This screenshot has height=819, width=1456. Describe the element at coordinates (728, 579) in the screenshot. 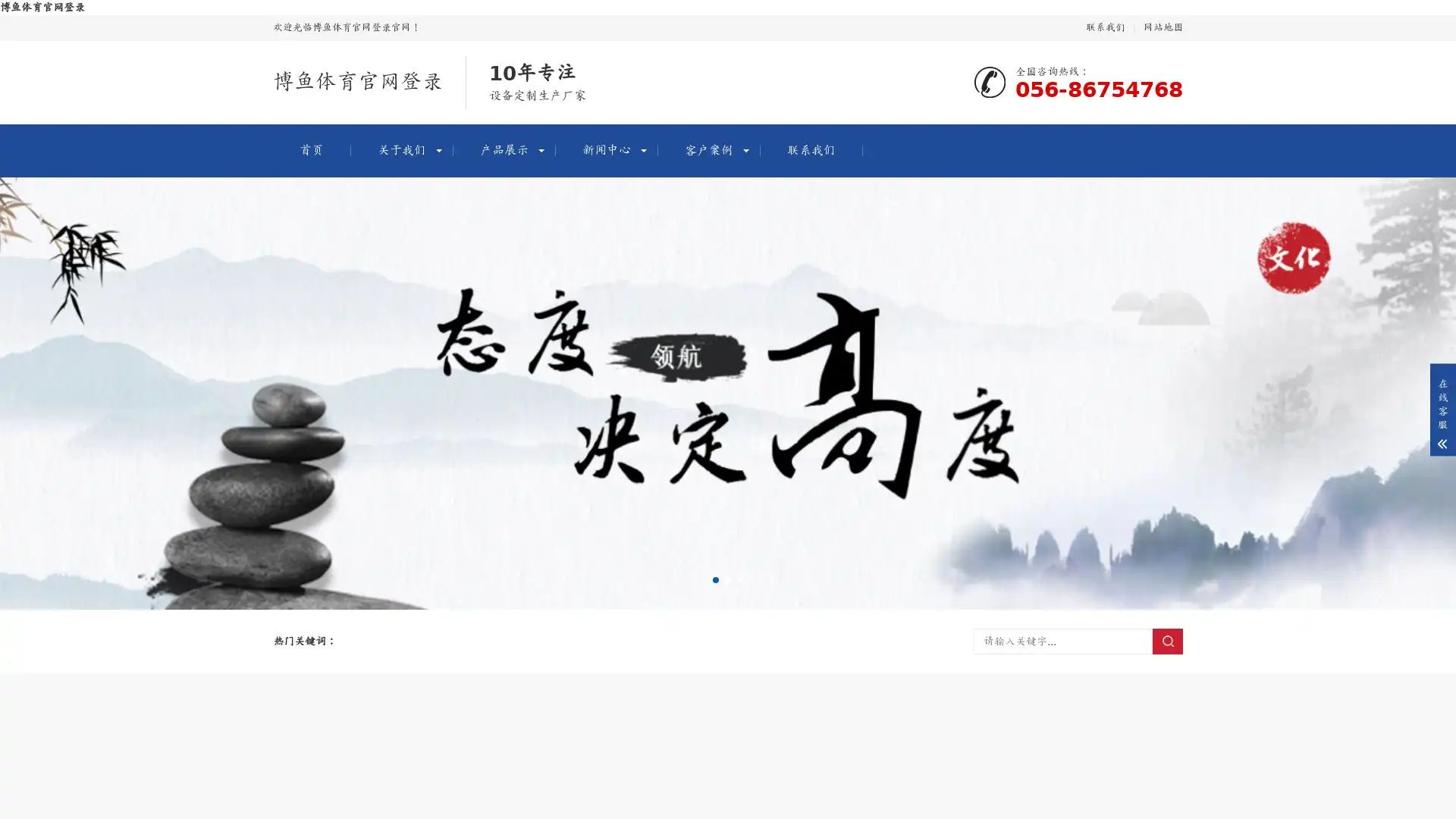

I see `Go to slide 2` at that location.